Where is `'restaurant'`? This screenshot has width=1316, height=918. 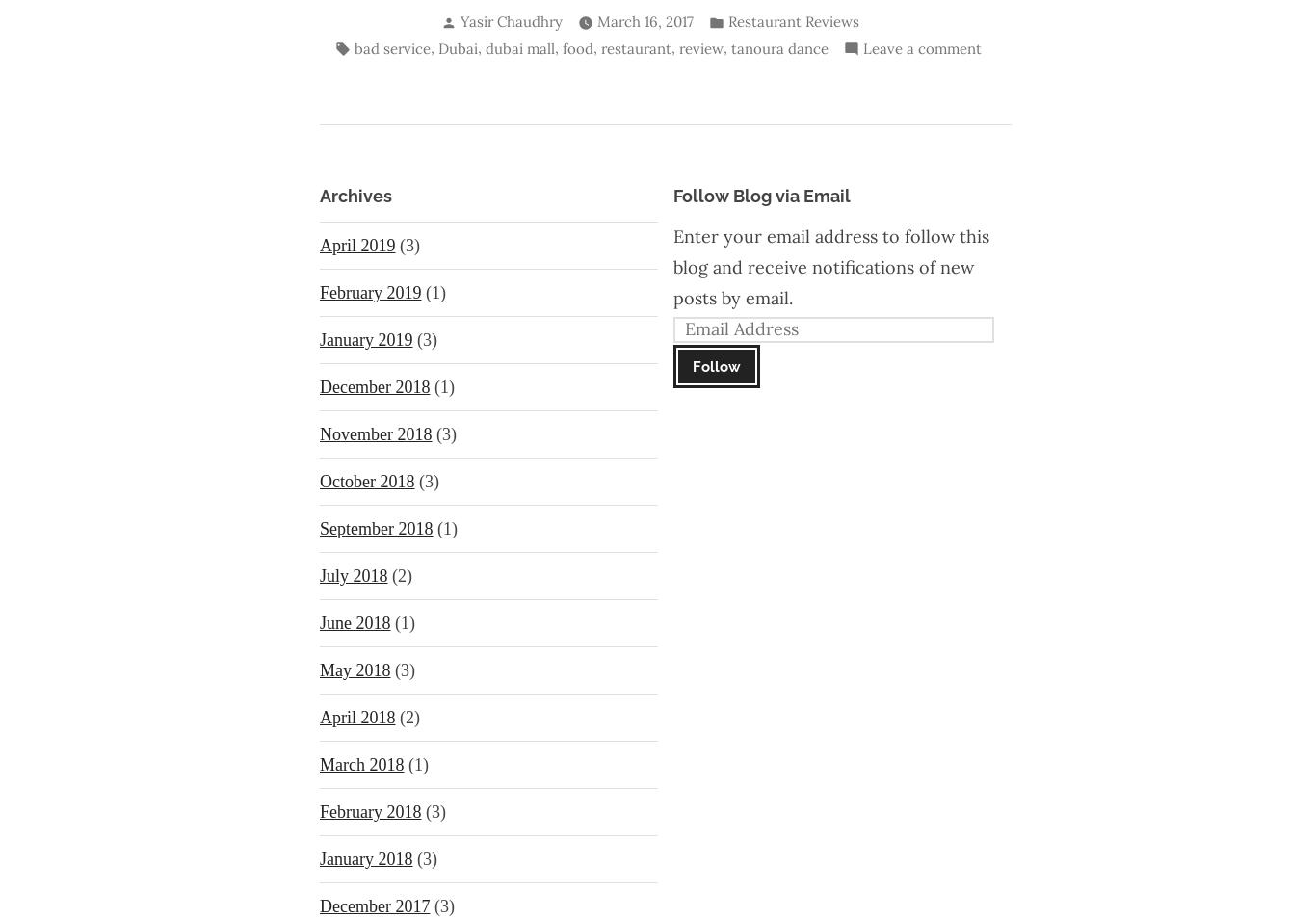
'restaurant' is located at coordinates (634, 46).